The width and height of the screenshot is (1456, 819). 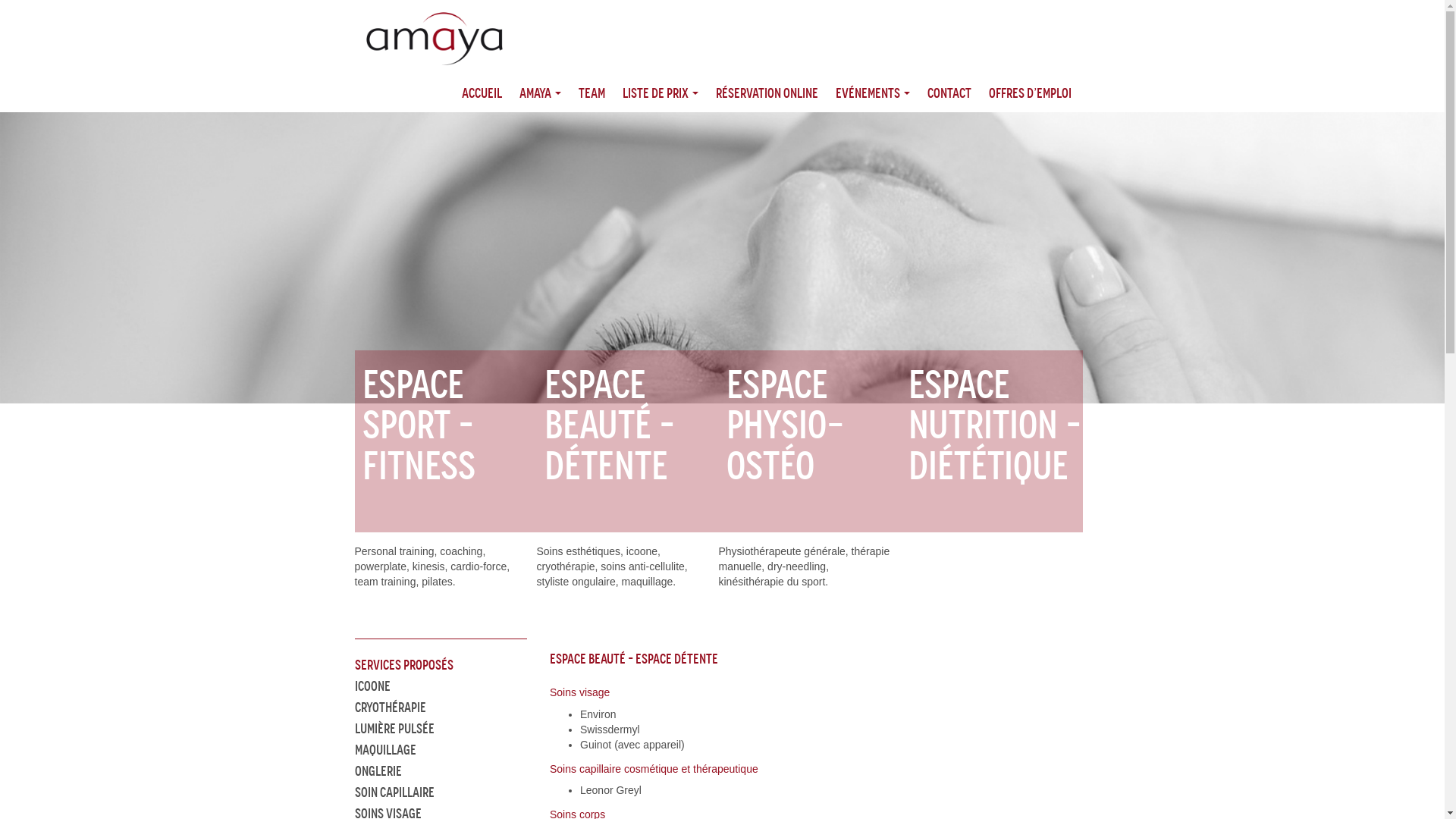 I want to click on 'TEAM', so click(x=590, y=93).